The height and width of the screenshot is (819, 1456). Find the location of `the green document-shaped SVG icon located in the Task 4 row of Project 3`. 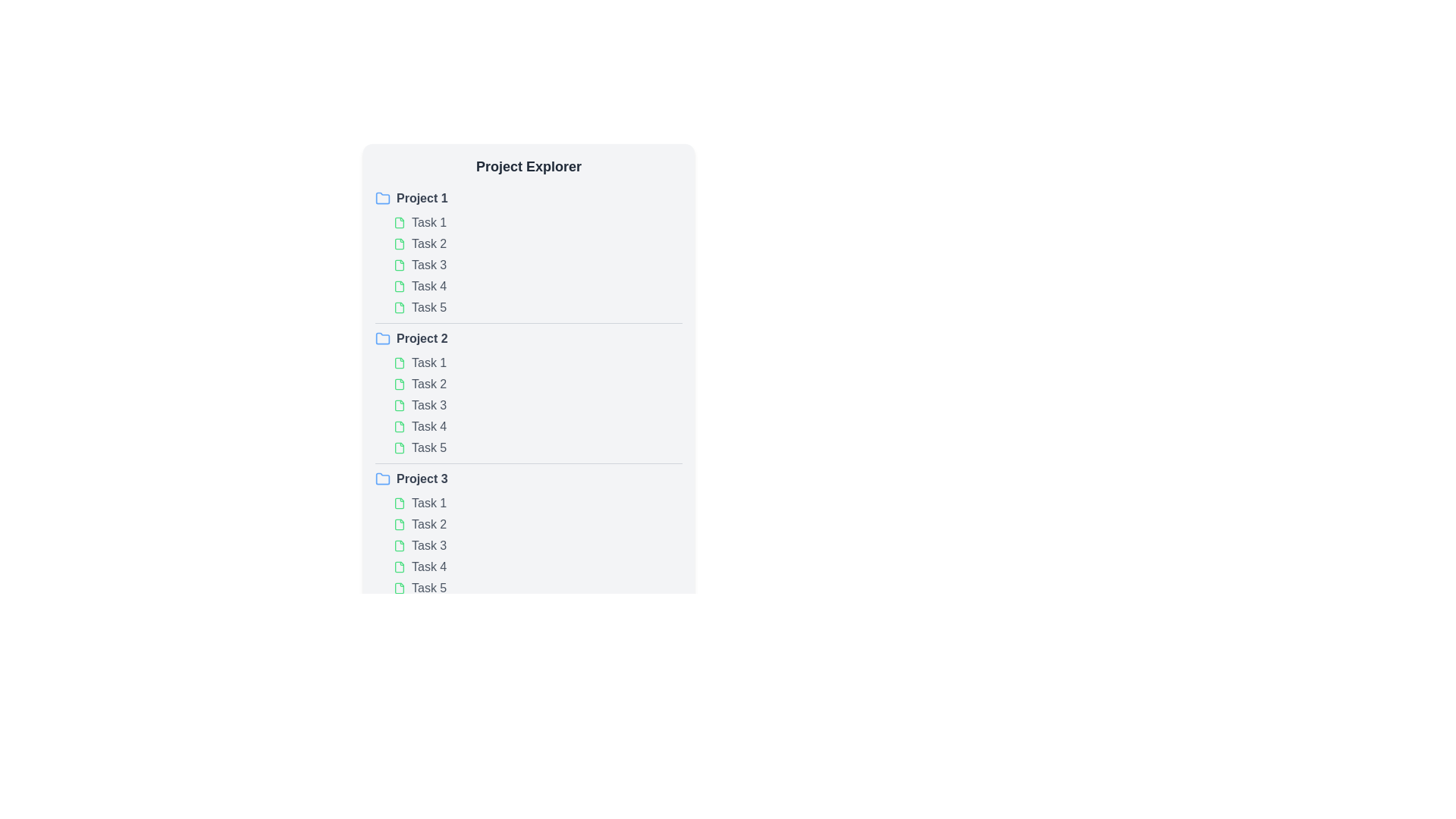

the green document-shaped SVG icon located in the Task 4 row of Project 3 is located at coordinates (400, 567).